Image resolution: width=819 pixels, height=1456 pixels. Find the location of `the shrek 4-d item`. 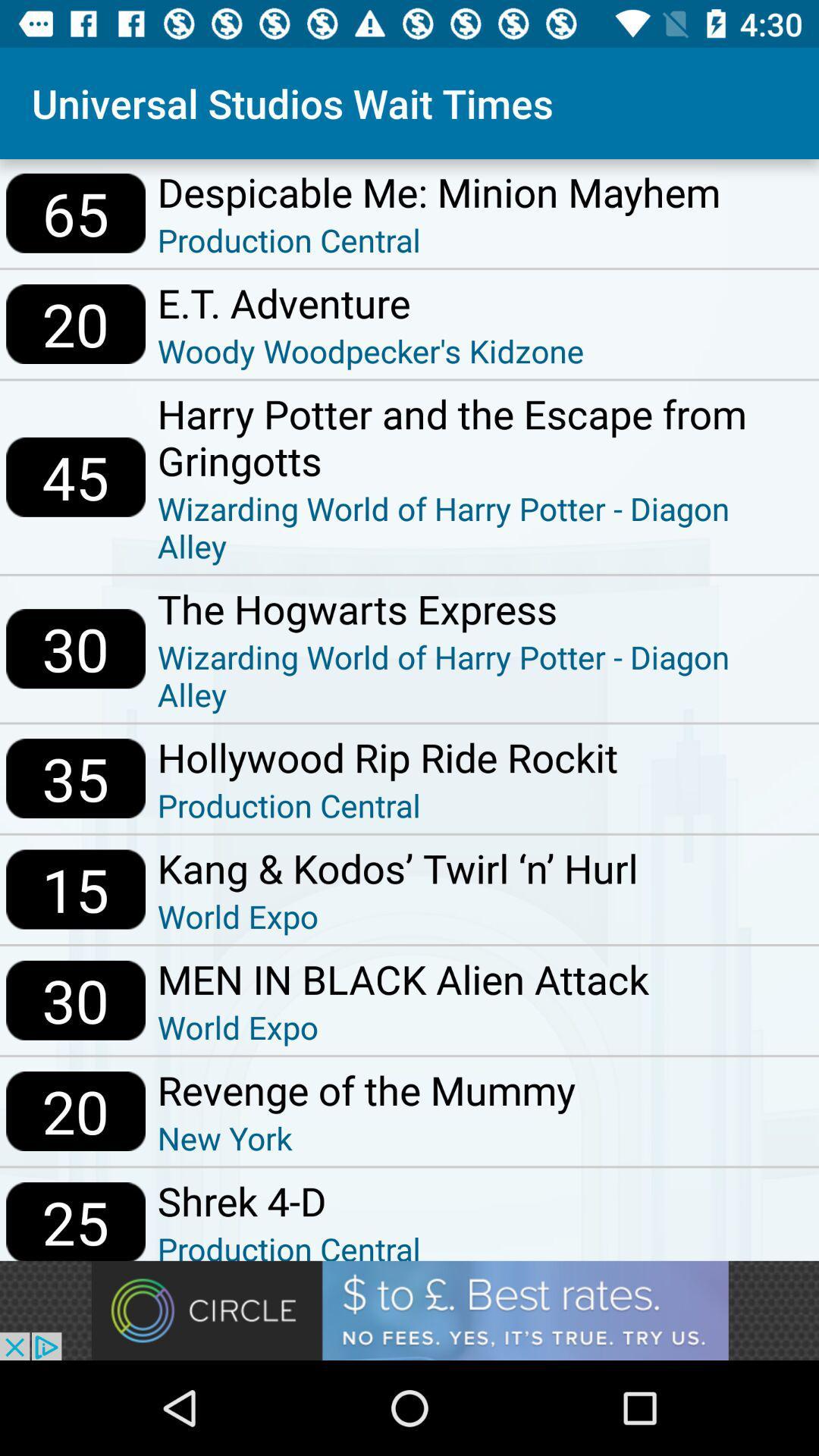

the shrek 4-d item is located at coordinates (289, 1200).